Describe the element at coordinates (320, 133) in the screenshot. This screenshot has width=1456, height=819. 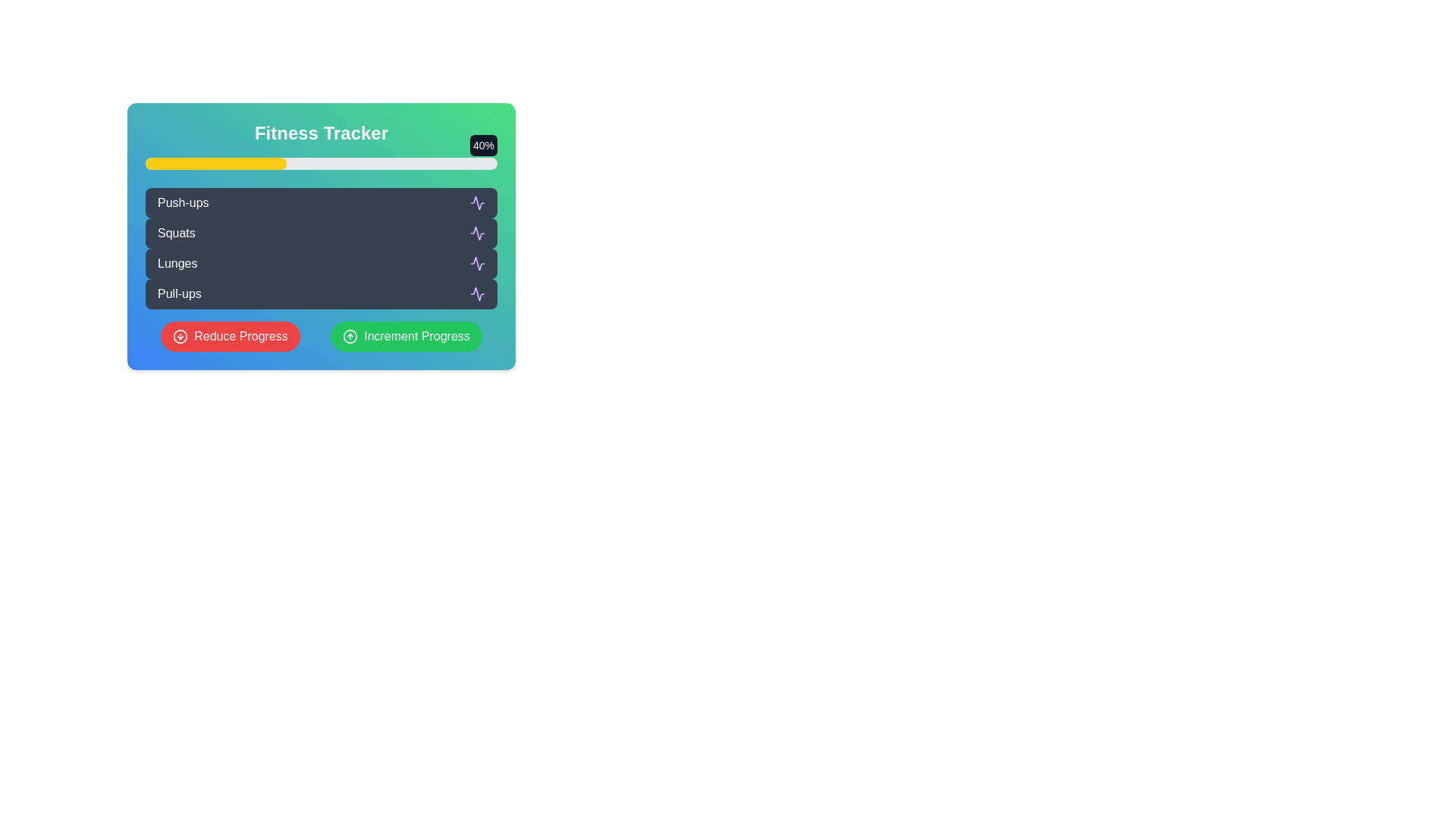
I see `the fitness tracking title text label located at the top-center of the gradient card element` at that location.